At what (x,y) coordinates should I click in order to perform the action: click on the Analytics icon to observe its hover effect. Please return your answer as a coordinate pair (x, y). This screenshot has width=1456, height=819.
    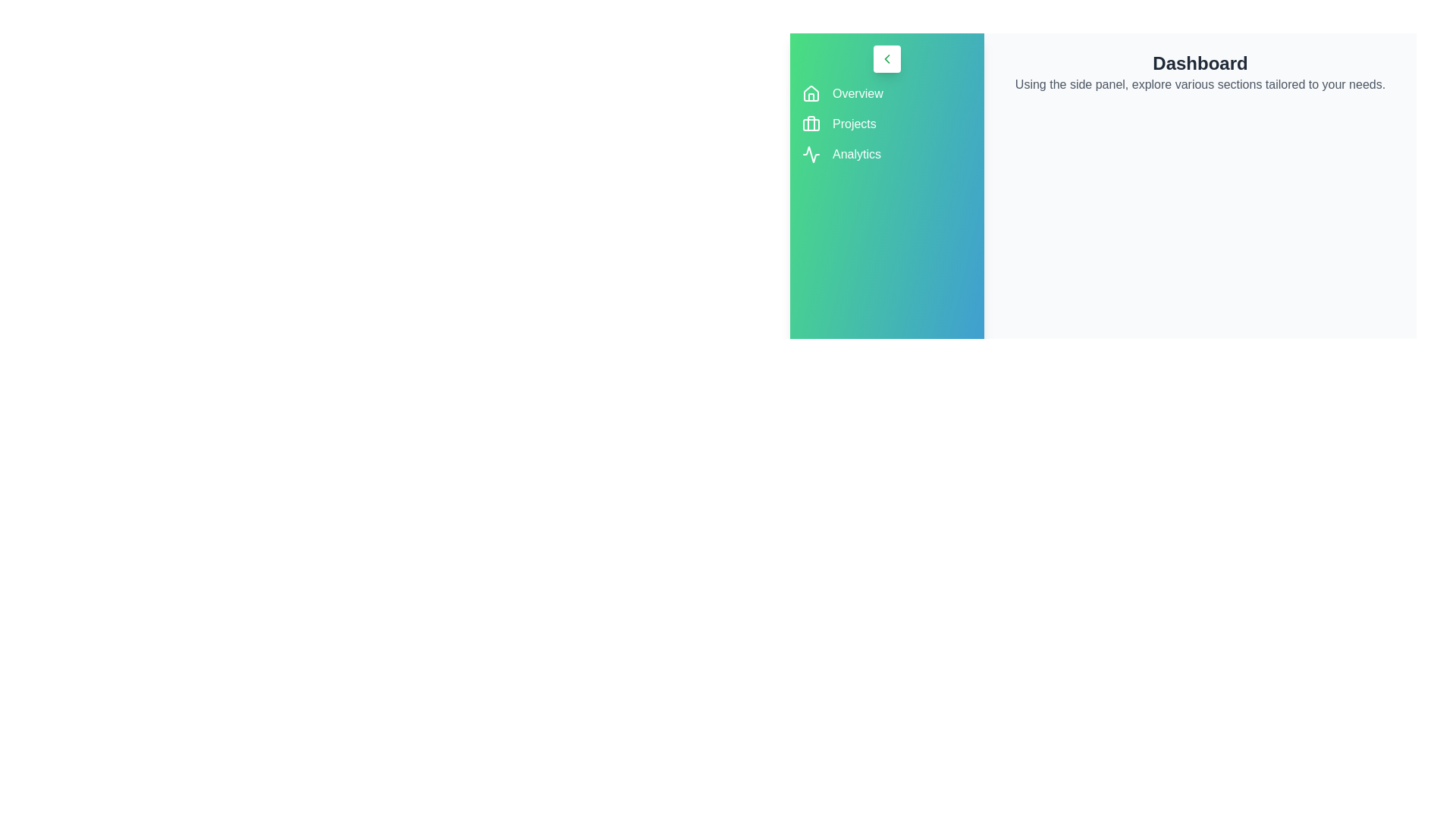
    Looking at the image, I should click on (811, 155).